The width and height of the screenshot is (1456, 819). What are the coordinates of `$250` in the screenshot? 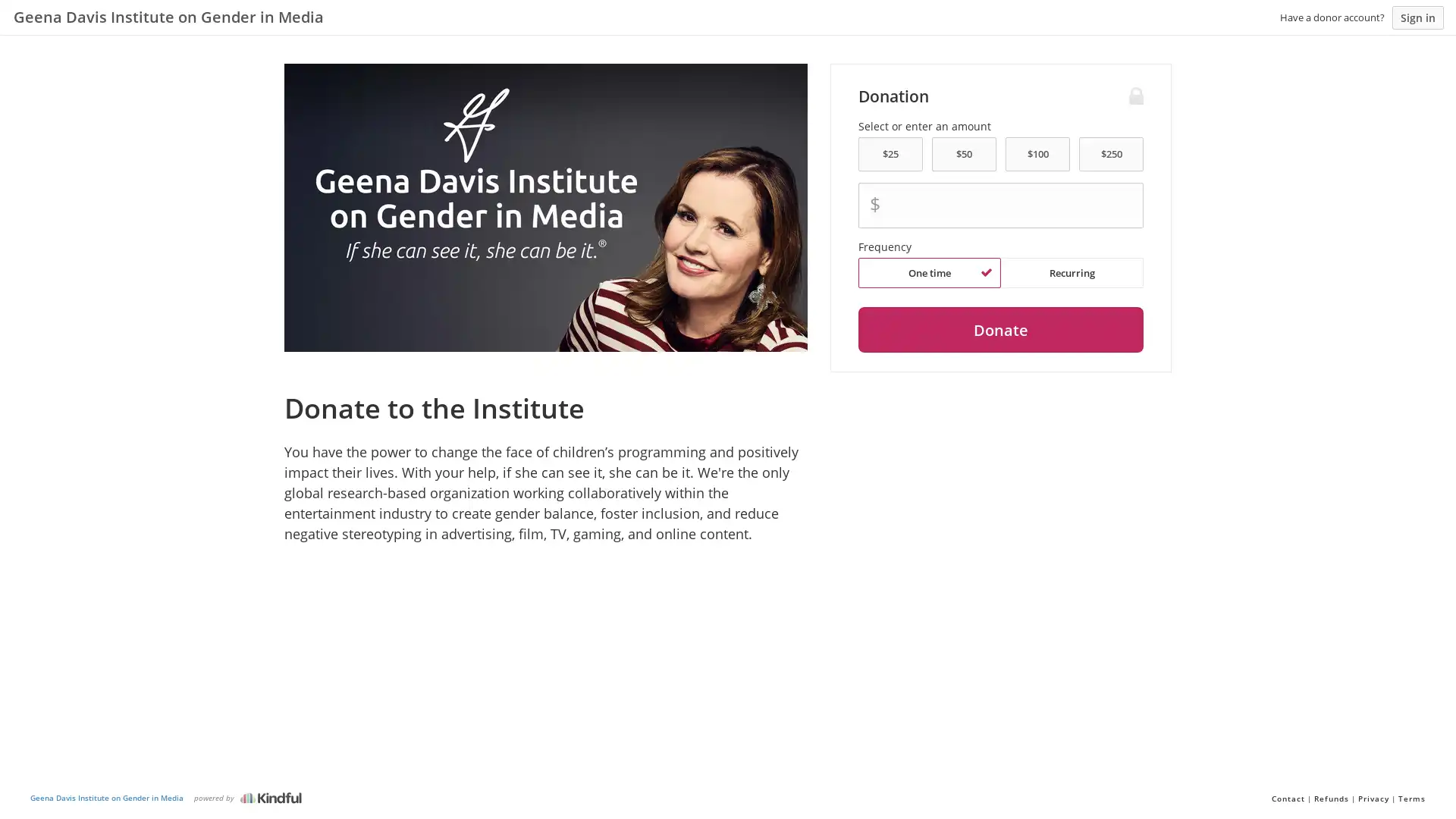 It's located at (1111, 154).